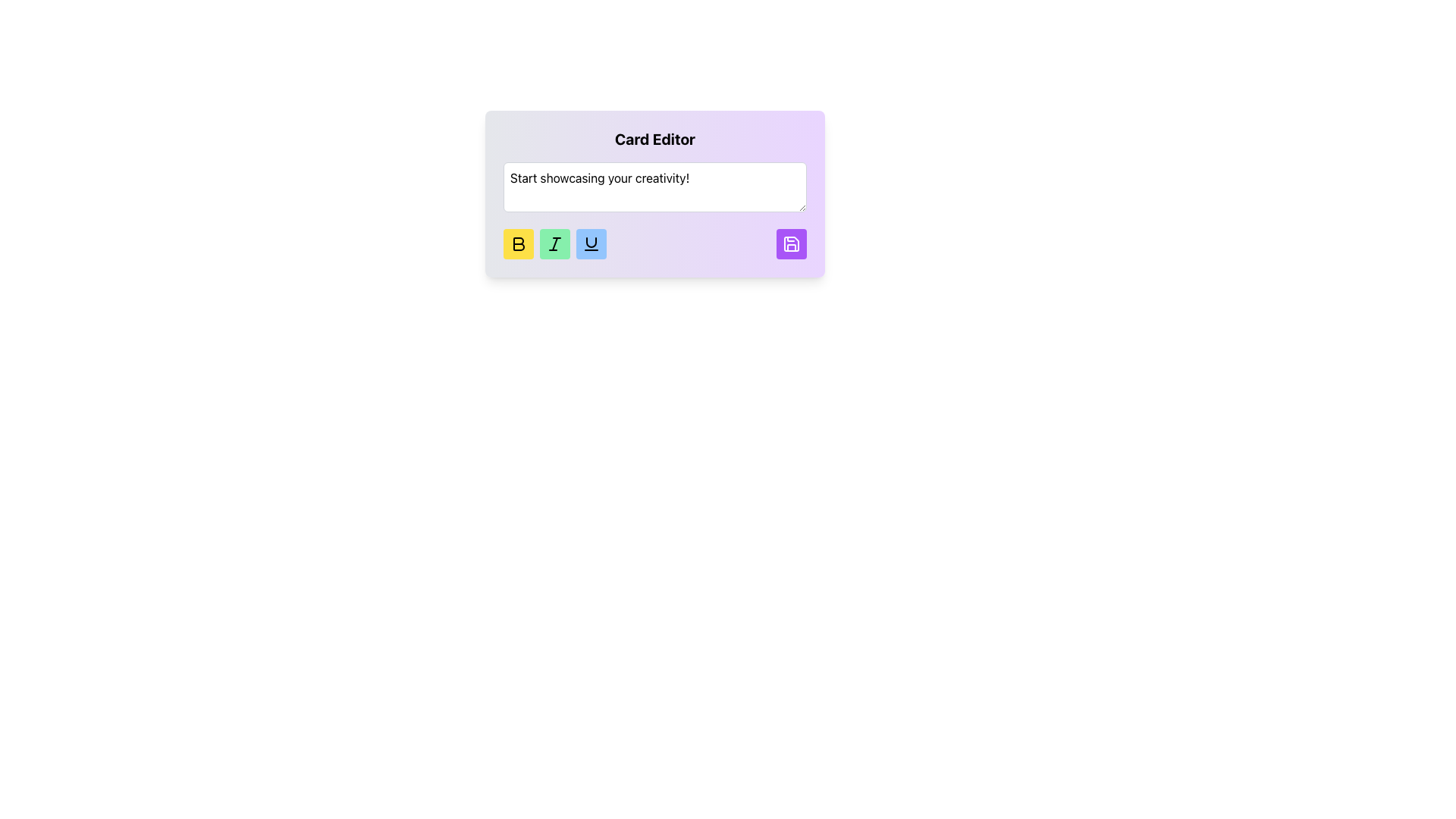 Image resolution: width=1456 pixels, height=819 pixels. What do you see at coordinates (790, 243) in the screenshot?
I see `top-left component of the save icon located at the bottom-right corner of the card editor panel` at bounding box center [790, 243].